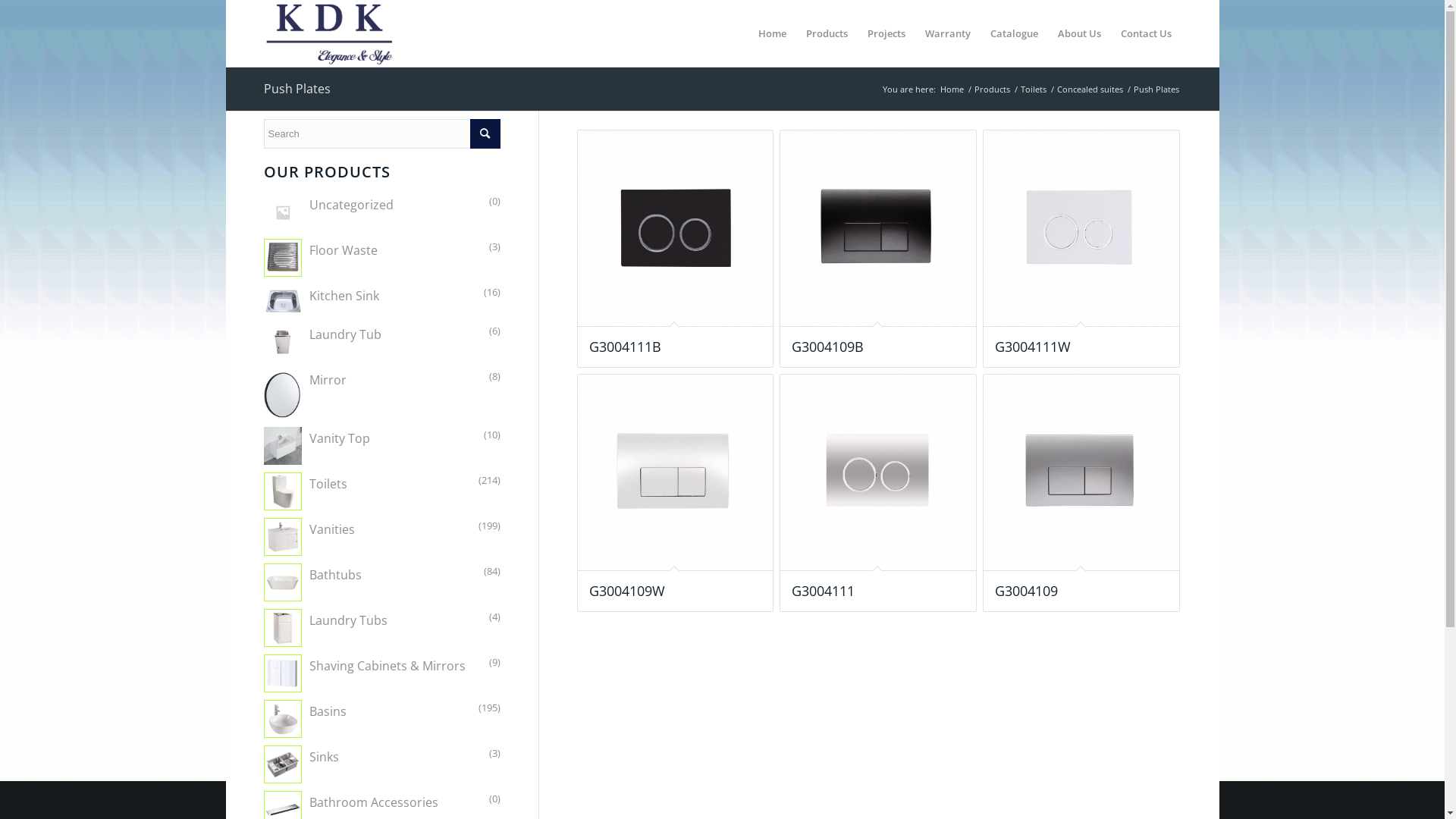  Describe the element at coordinates (283, 536) in the screenshot. I see `'Vanities'` at that location.